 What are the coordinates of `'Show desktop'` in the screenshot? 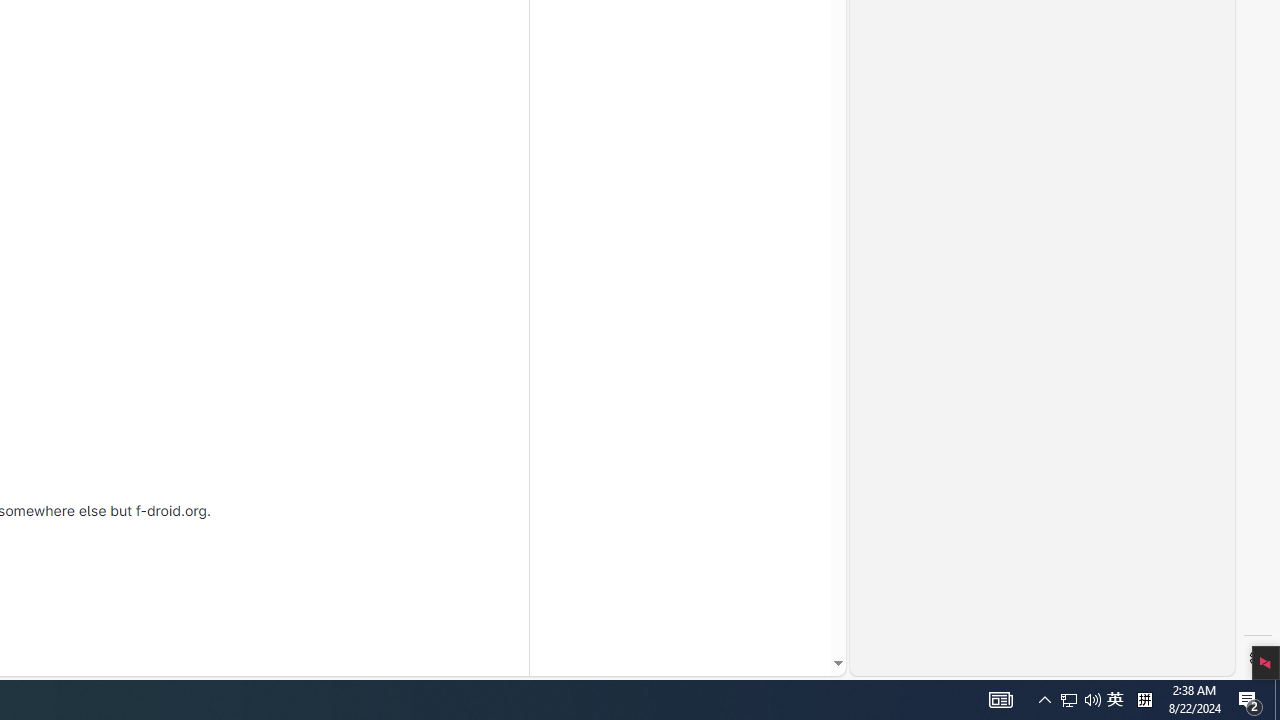 It's located at (1250, 698).